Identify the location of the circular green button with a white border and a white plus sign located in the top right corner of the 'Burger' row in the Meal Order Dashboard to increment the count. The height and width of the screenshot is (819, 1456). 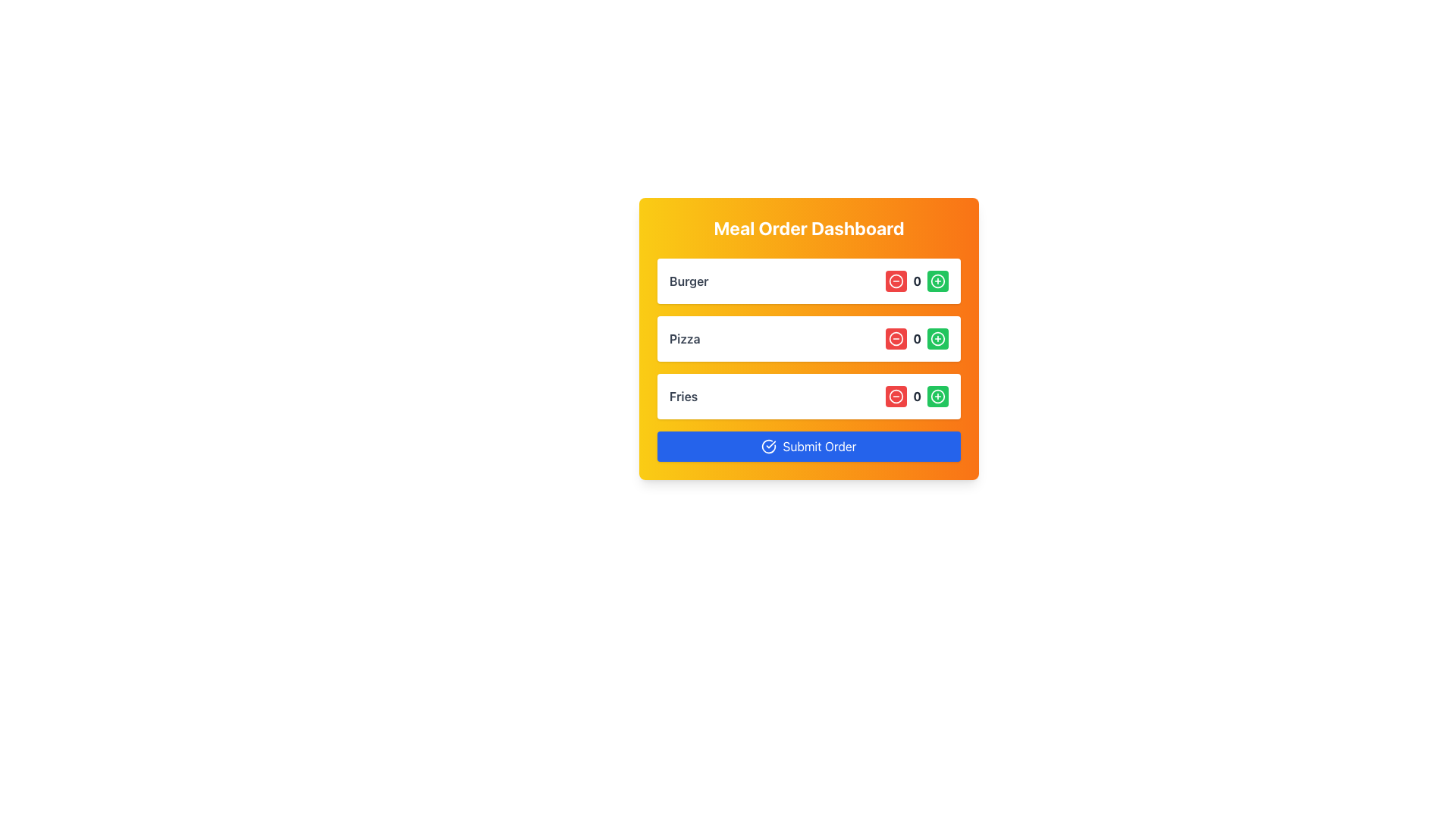
(937, 281).